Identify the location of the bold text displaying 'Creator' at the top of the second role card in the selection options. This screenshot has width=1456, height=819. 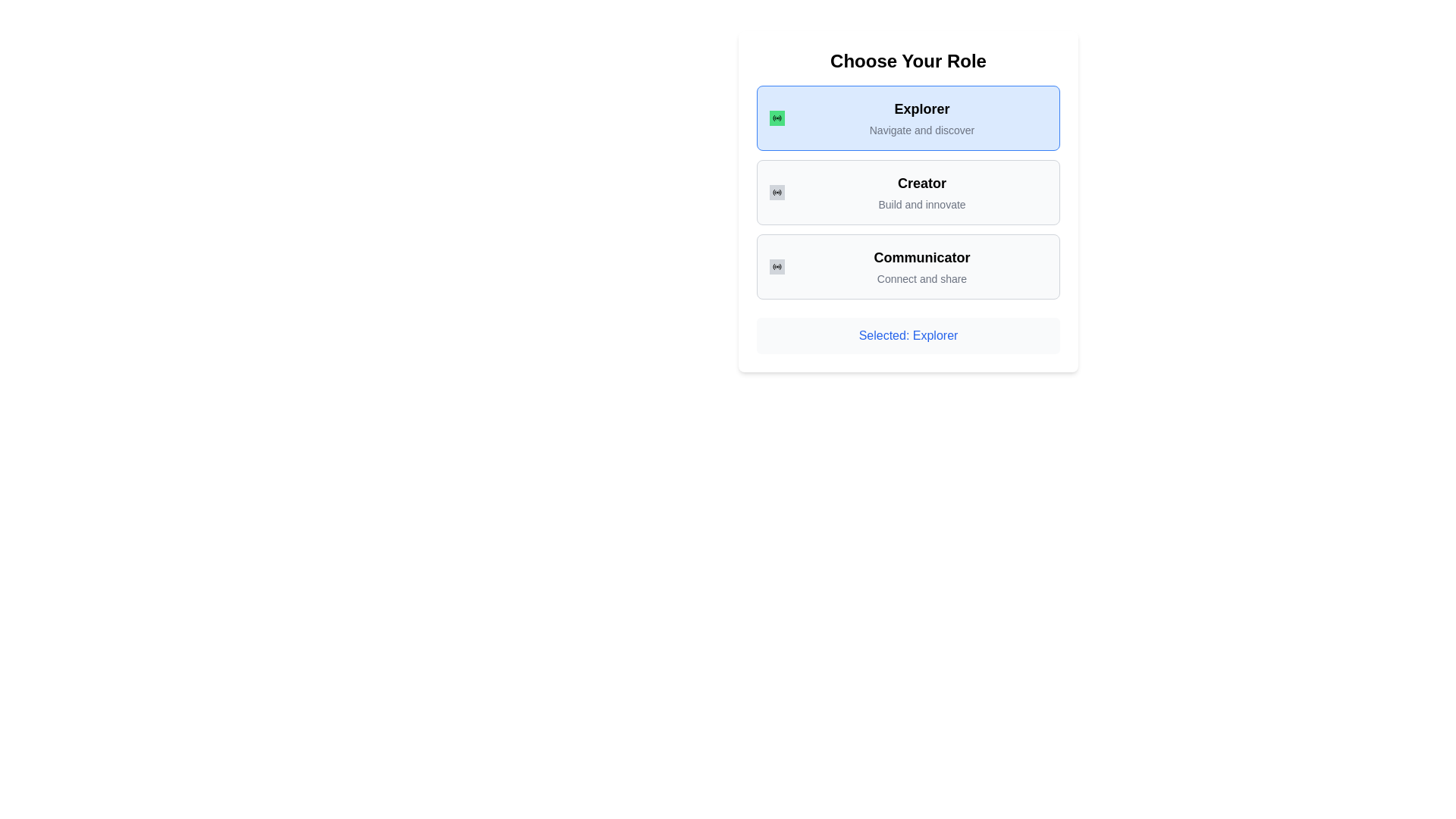
(921, 183).